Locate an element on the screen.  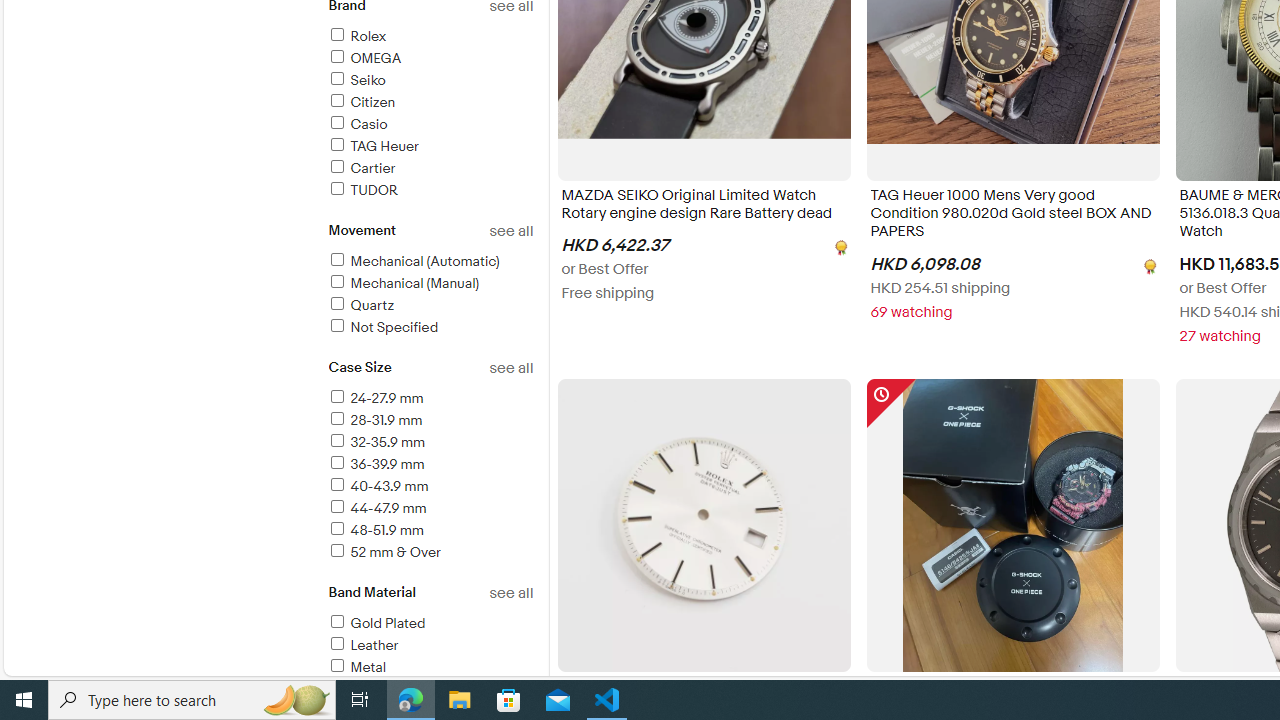
'Gold Plated' is located at coordinates (429, 623).